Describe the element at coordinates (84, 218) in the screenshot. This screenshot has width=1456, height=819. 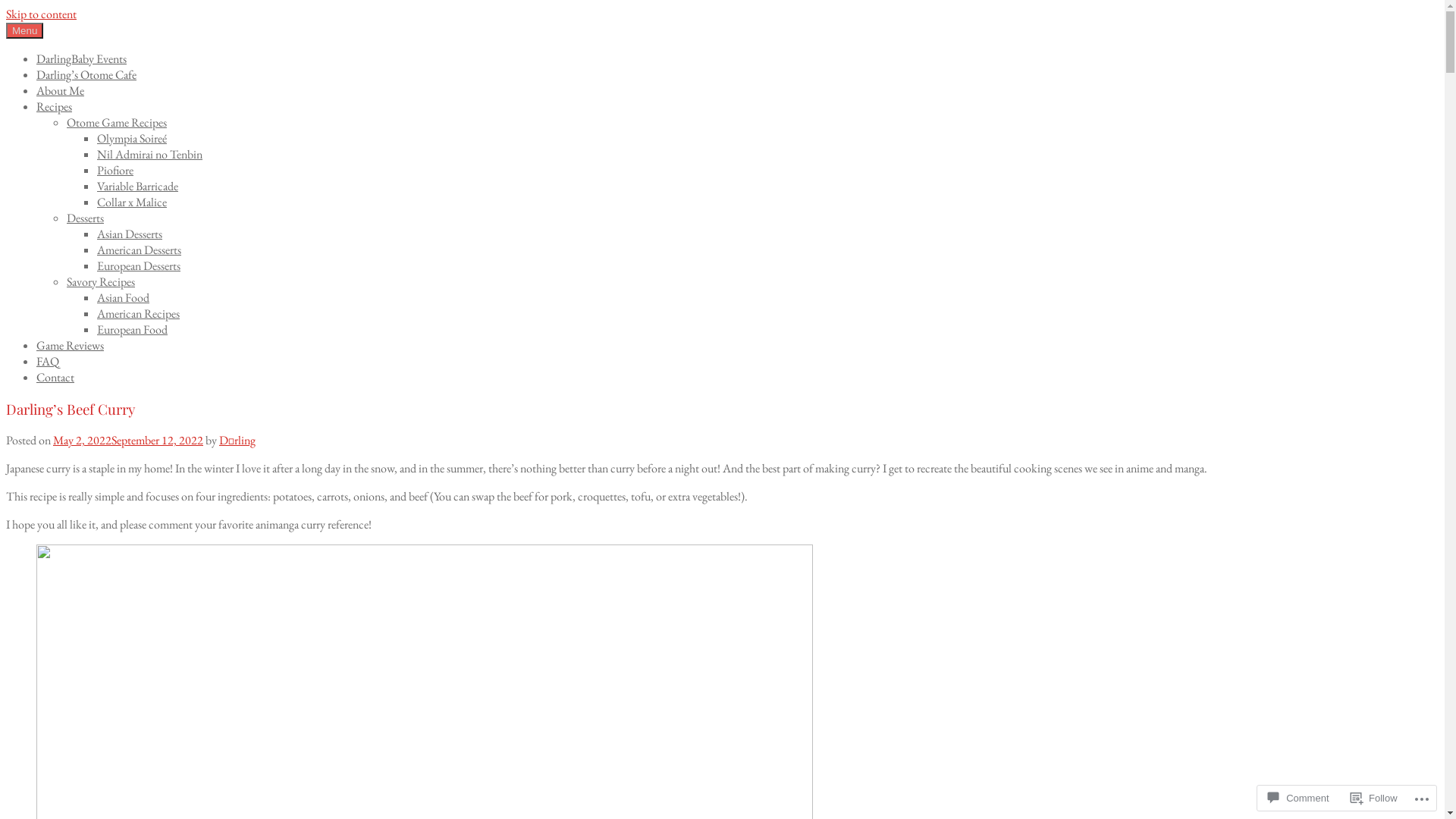
I see `'Desserts'` at that location.